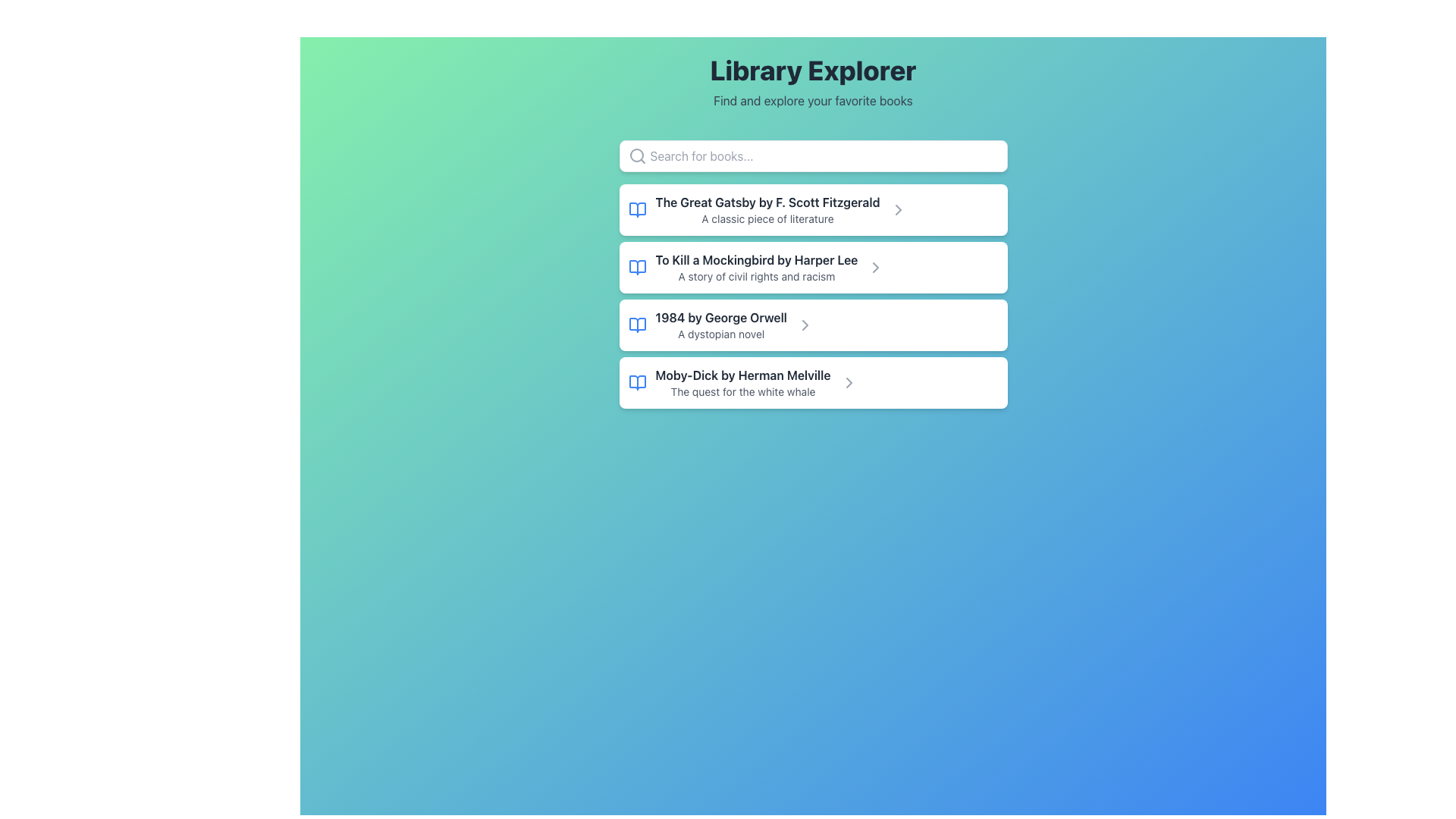 This screenshot has width=1456, height=819. I want to click on text component located below the 'Library Explorer' heading, which serves as a descriptive subtitle providing additional context about the interface, so click(812, 100).